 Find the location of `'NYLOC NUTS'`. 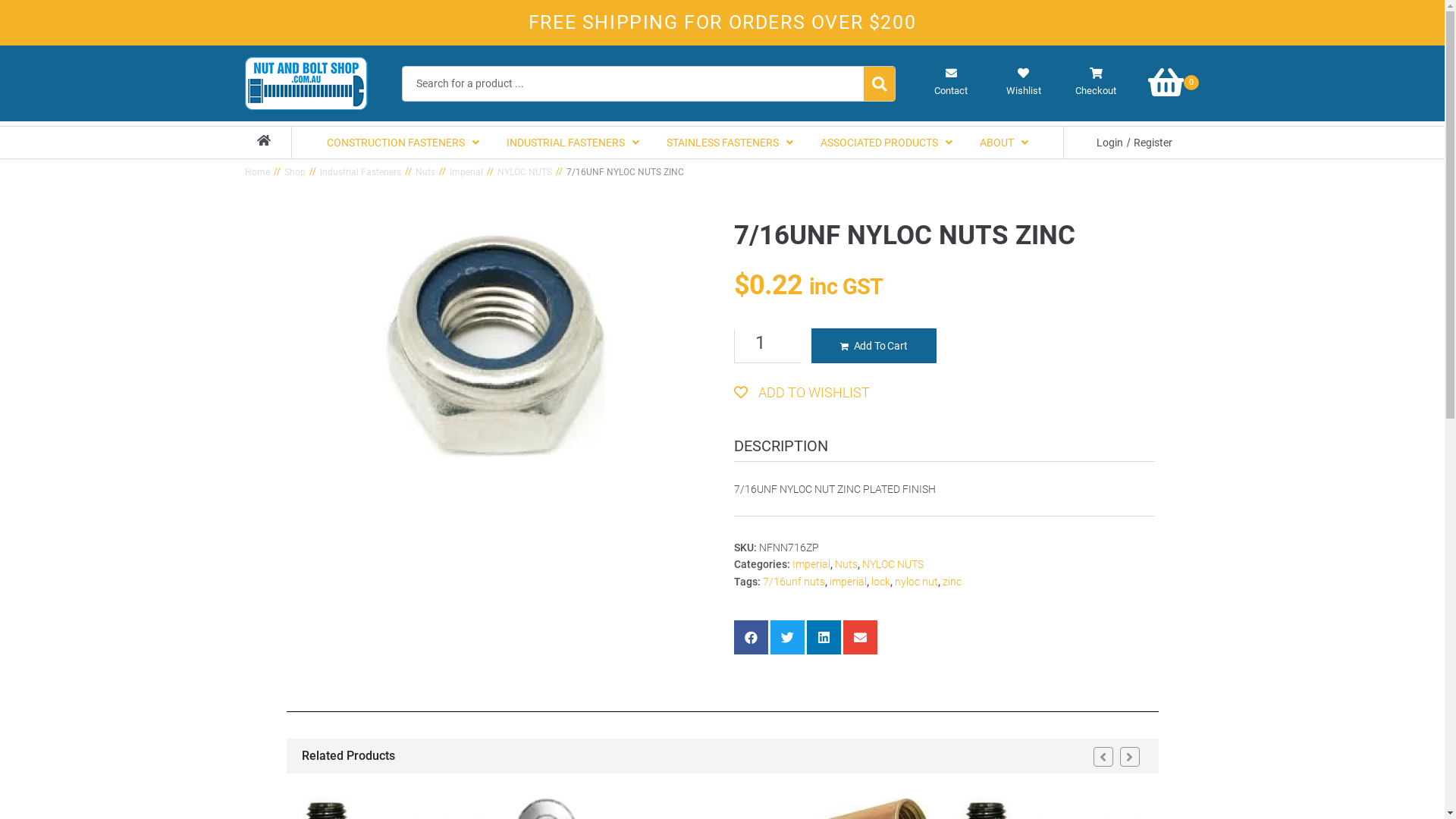

'NYLOC NUTS' is located at coordinates (892, 564).